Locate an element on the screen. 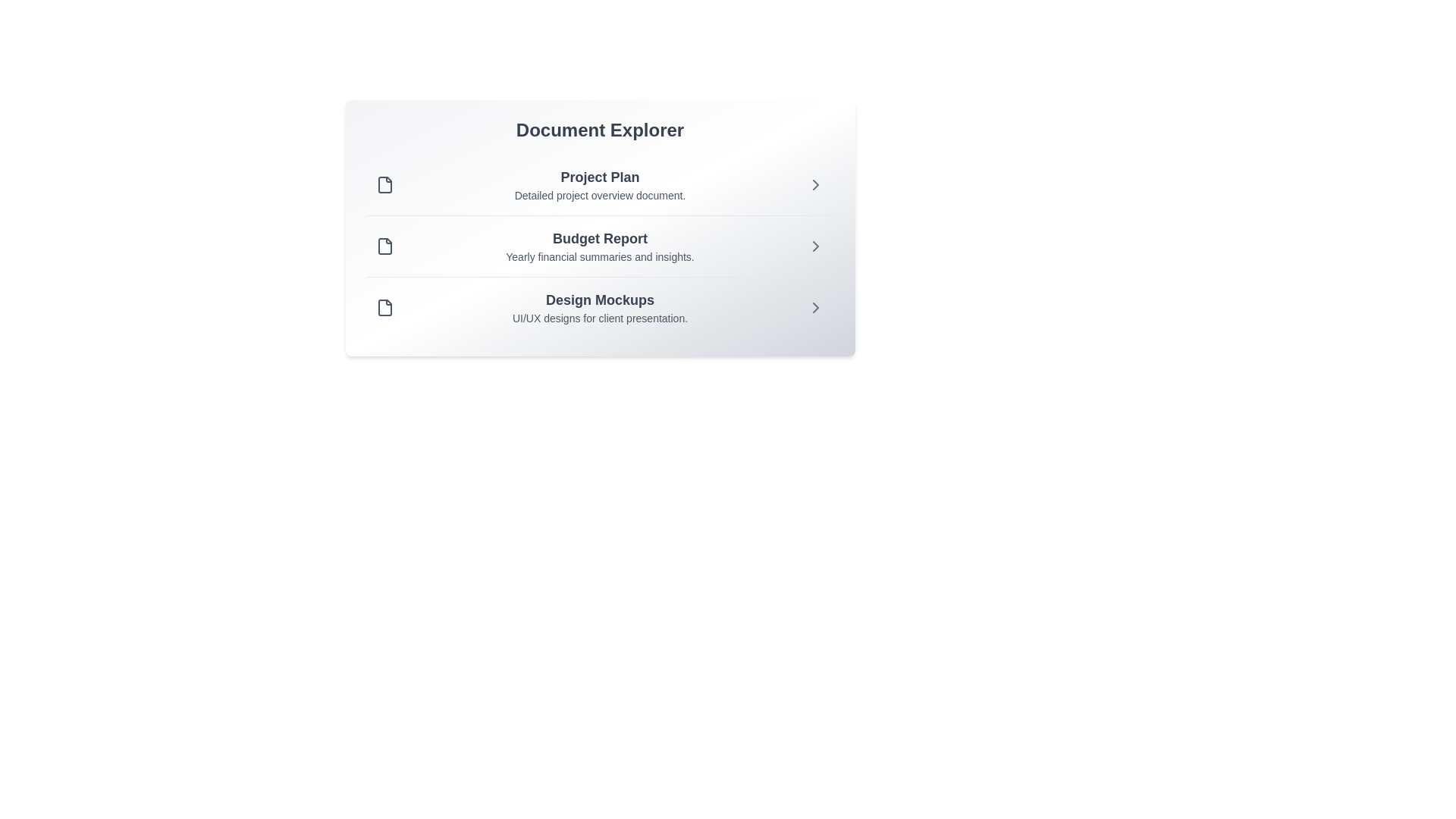  the document icon for Project Plan to select it is located at coordinates (384, 184).